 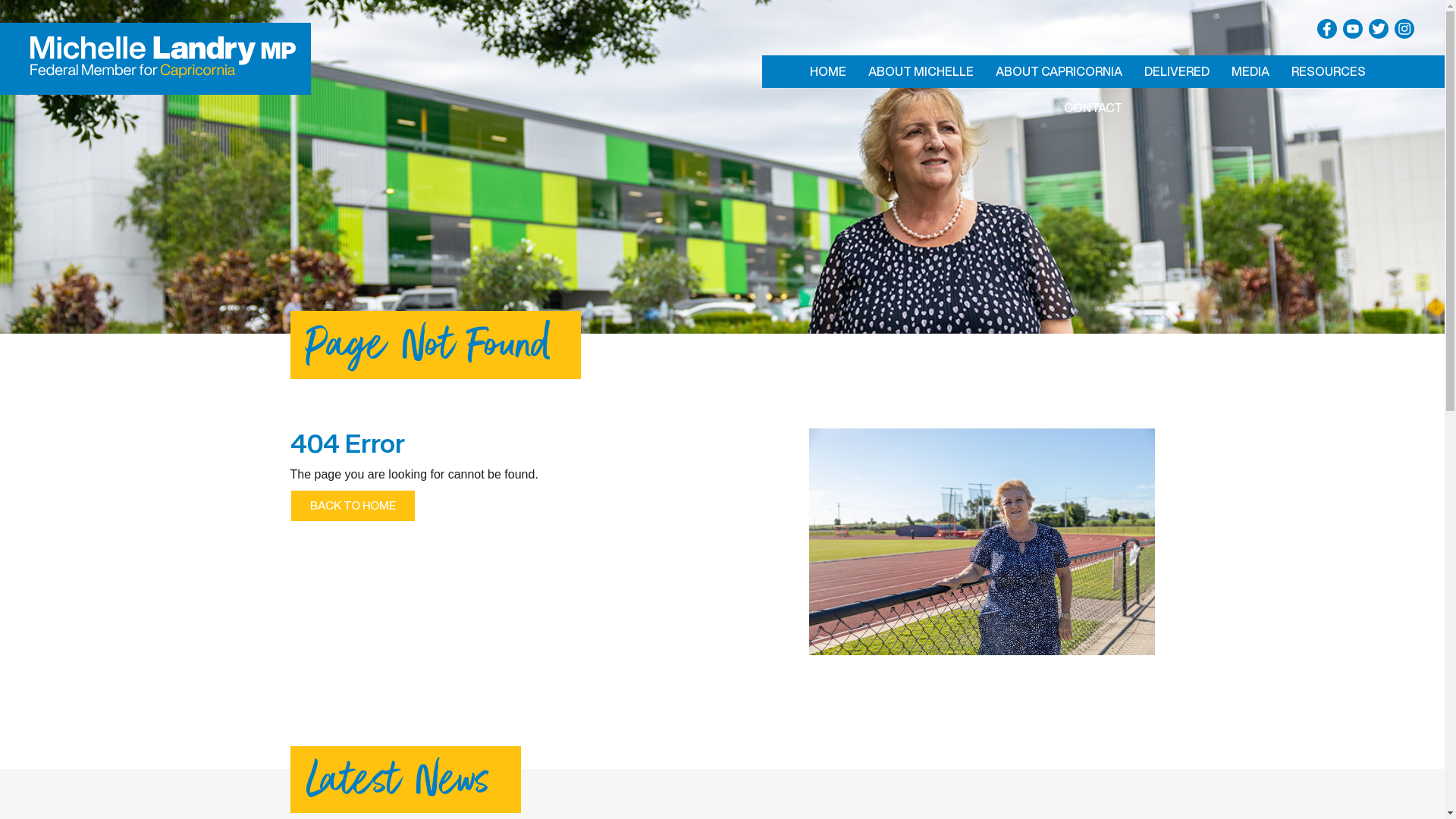 What do you see at coordinates (1175, 71) in the screenshot?
I see `'DELIVERED'` at bounding box center [1175, 71].